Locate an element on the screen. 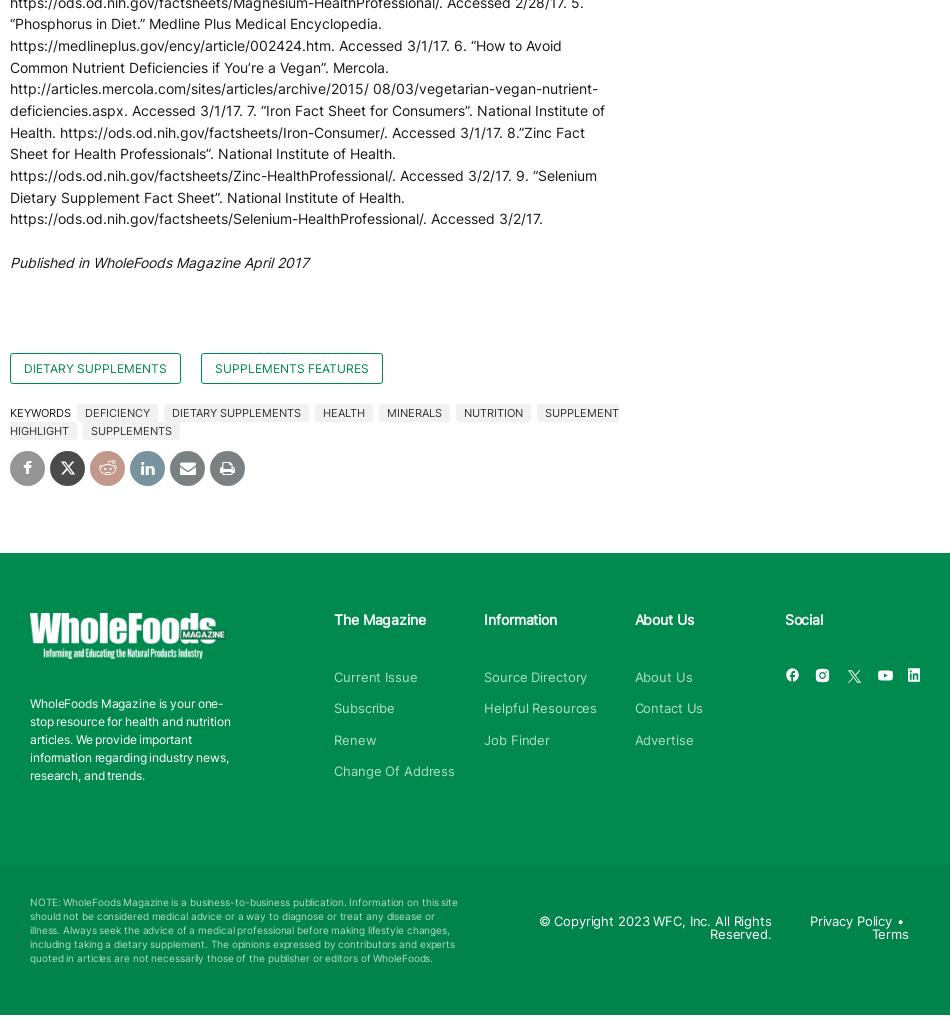  'dietary supplements' is located at coordinates (172, 412).